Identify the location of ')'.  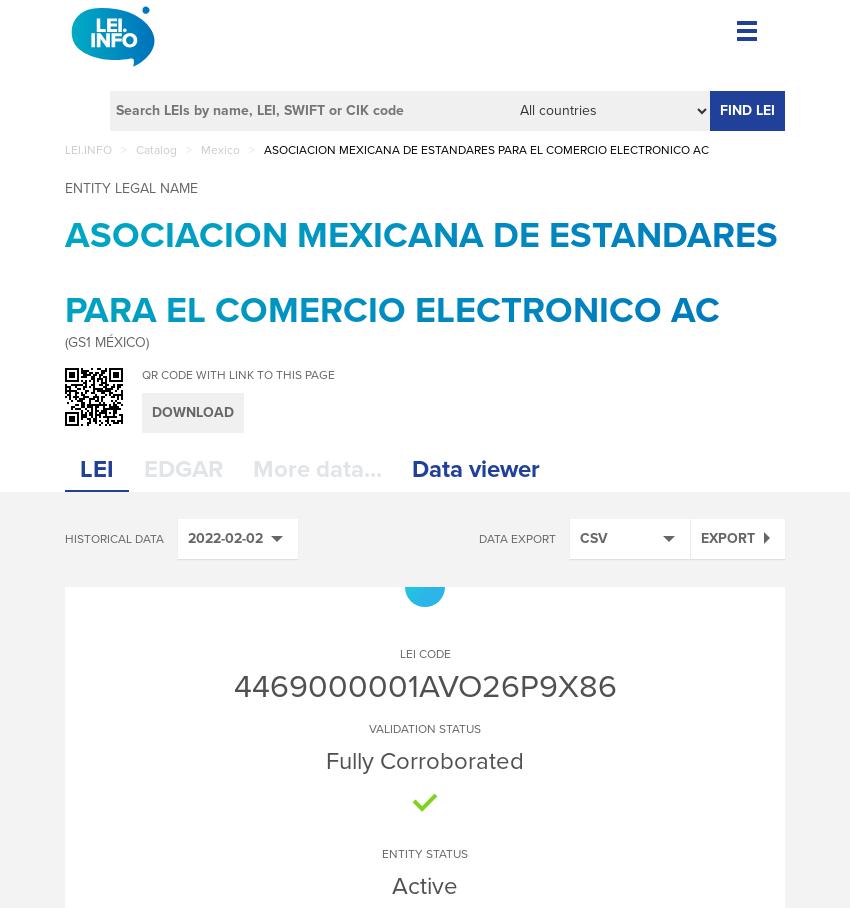
(146, 342).